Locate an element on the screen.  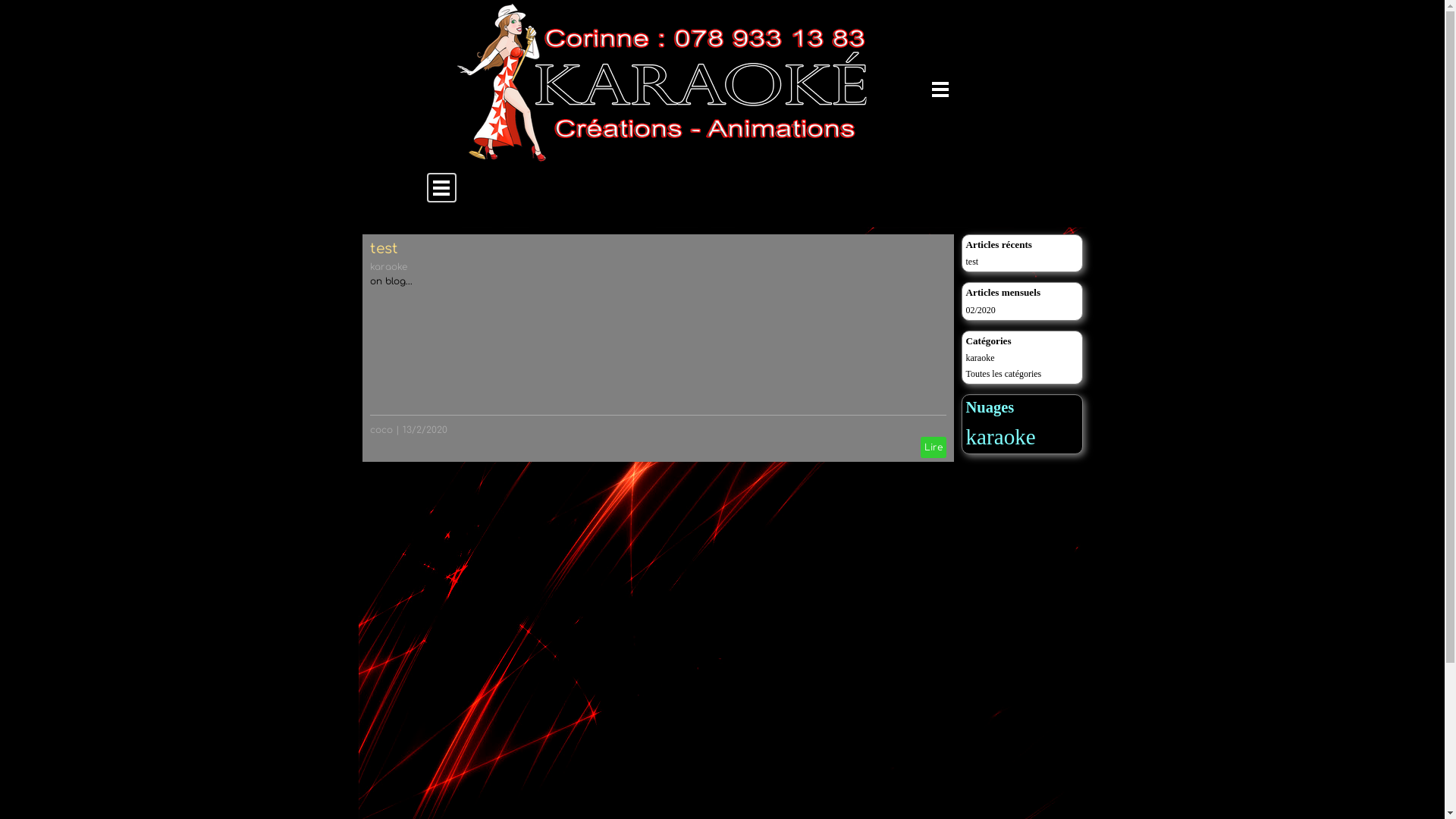
'Lire' is located at coordinates (932, 447).